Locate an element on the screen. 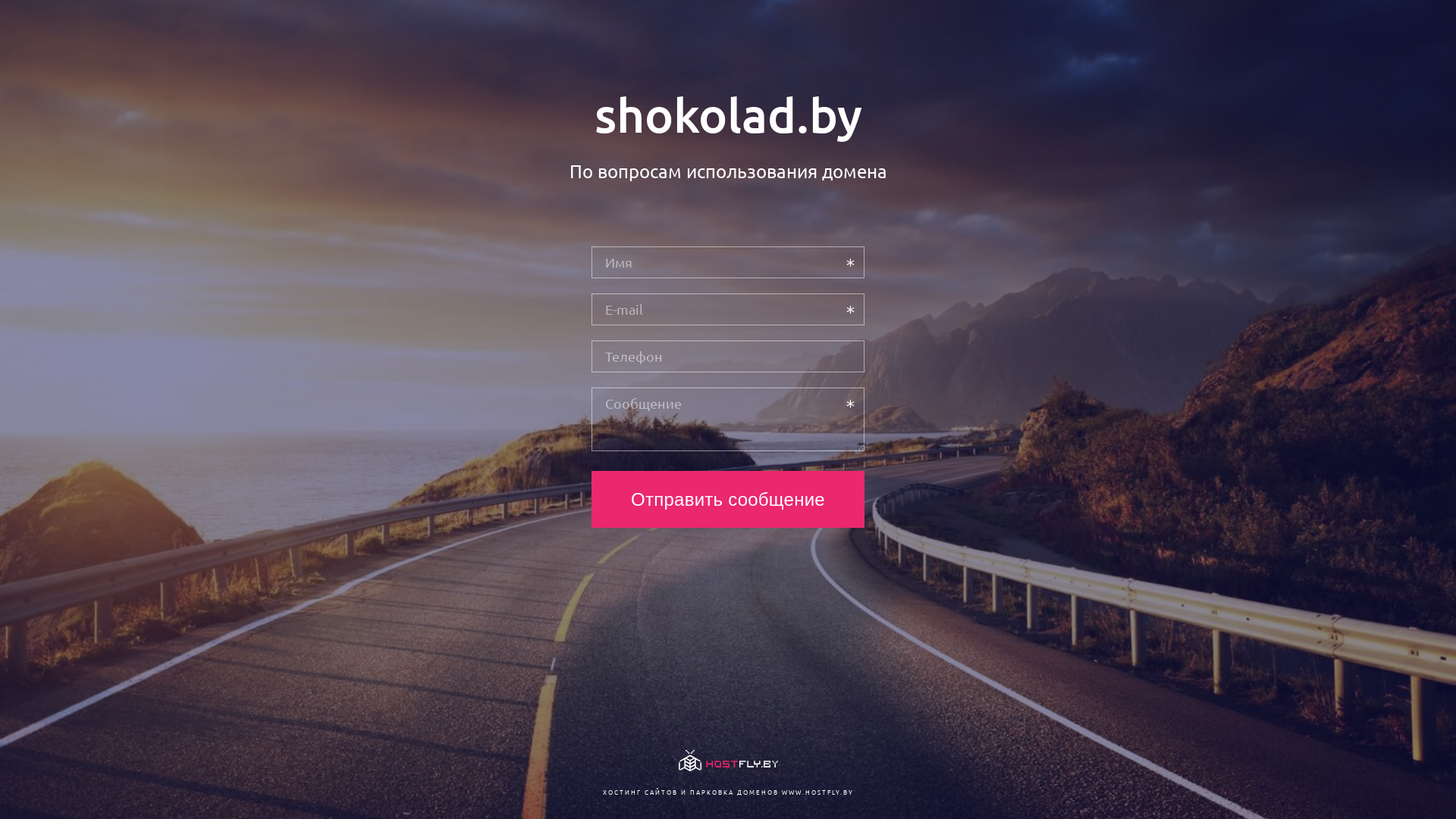 The height and width of the screenshot is (819, 1456). 'WWW.HOSTFLY.BY' is located at coordinates (816, 791).